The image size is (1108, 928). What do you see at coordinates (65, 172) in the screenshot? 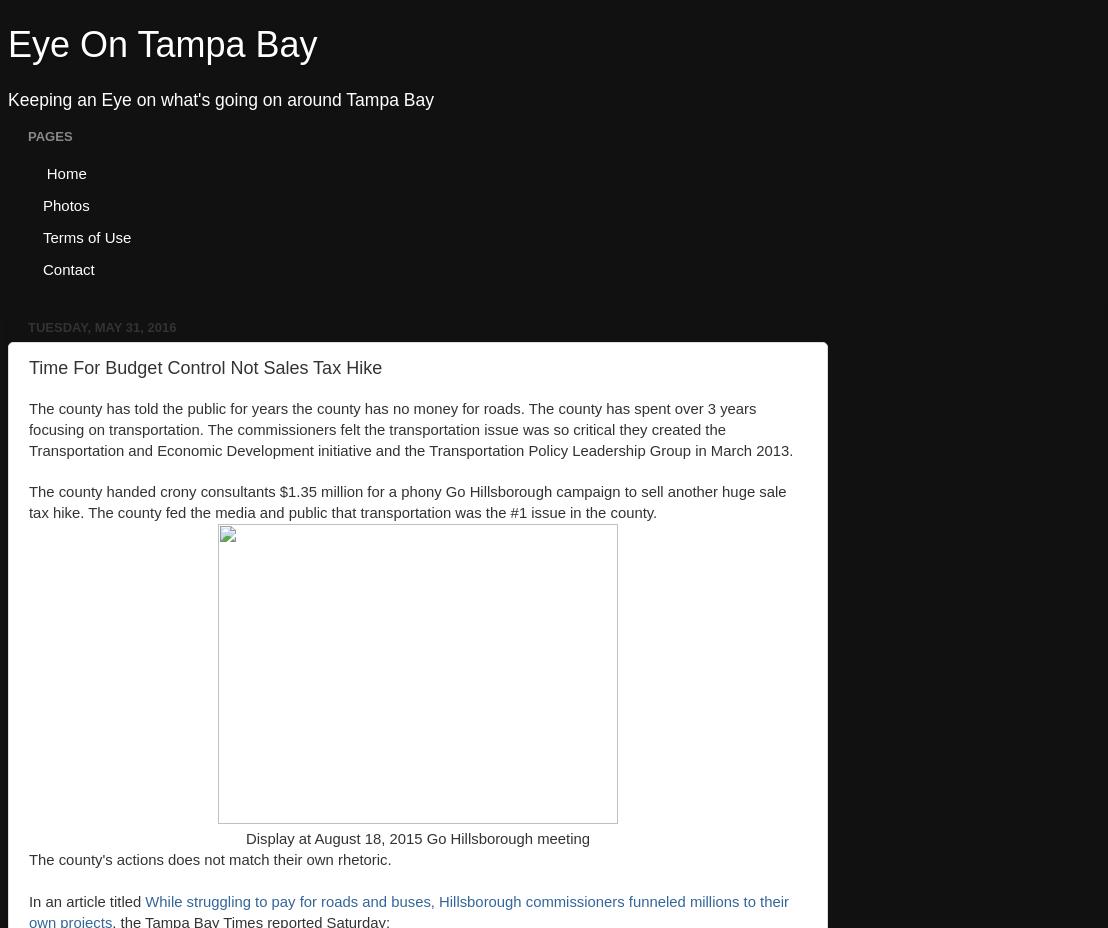
I see `'Home'` at bounding box center [65, 172].